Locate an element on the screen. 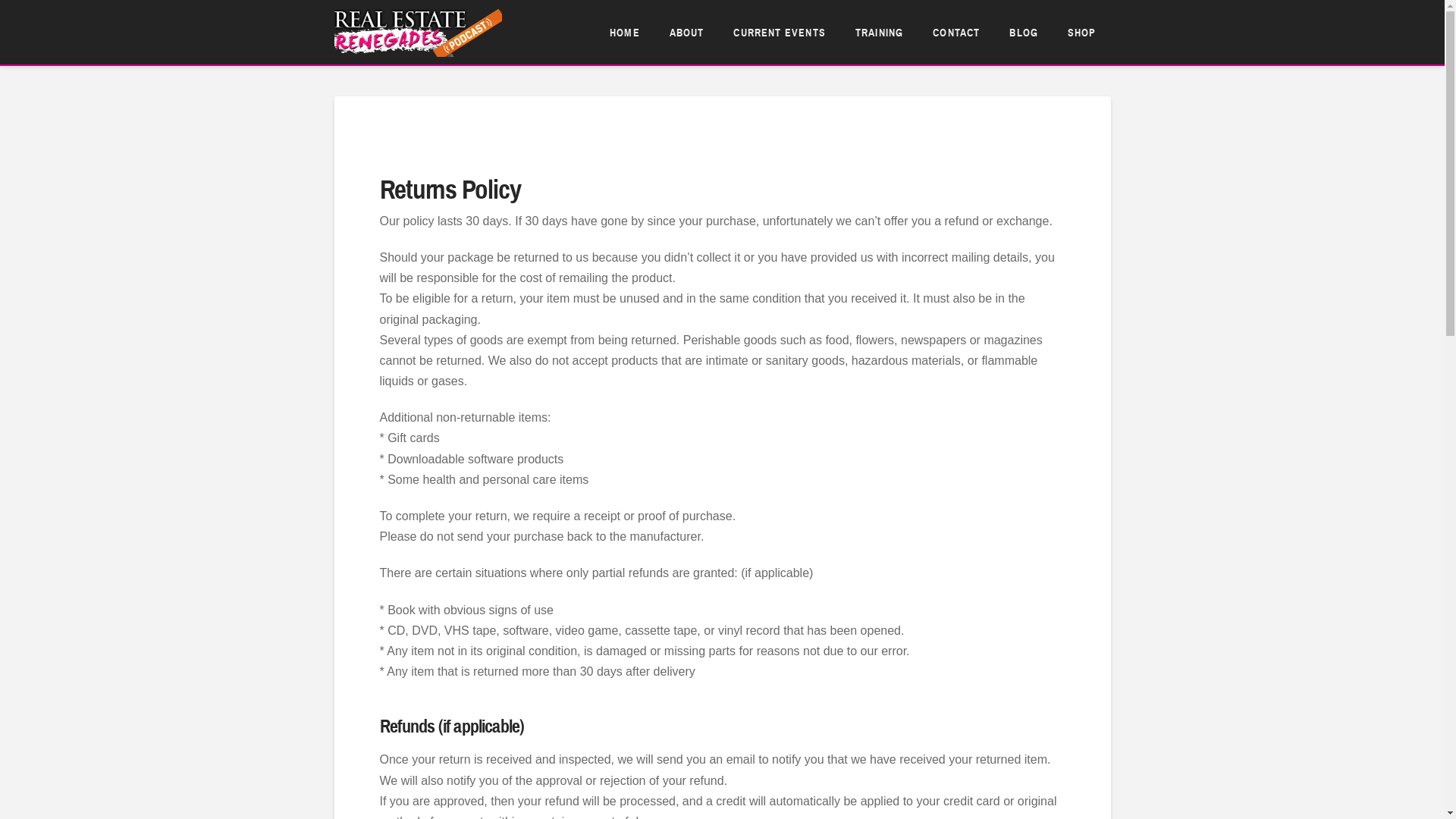 The image size is (1456, 819). 'CURRENT EVENTS' is located at coordinates (779, 32).